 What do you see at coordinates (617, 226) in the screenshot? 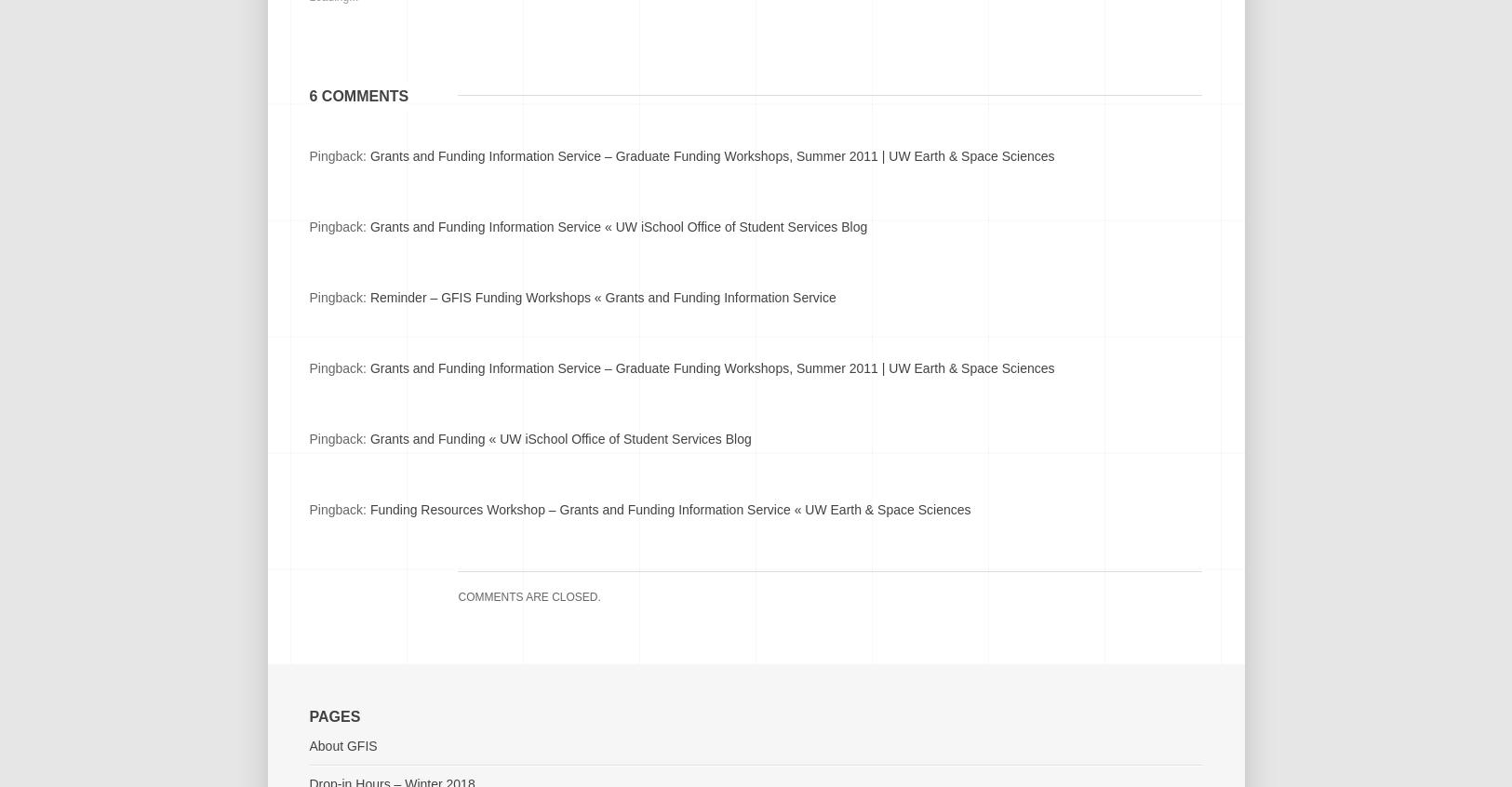
I see `'Grants and Funding Information Service « UW iSchool Office of Student Services Blog'` at bounding box center [617, 226].